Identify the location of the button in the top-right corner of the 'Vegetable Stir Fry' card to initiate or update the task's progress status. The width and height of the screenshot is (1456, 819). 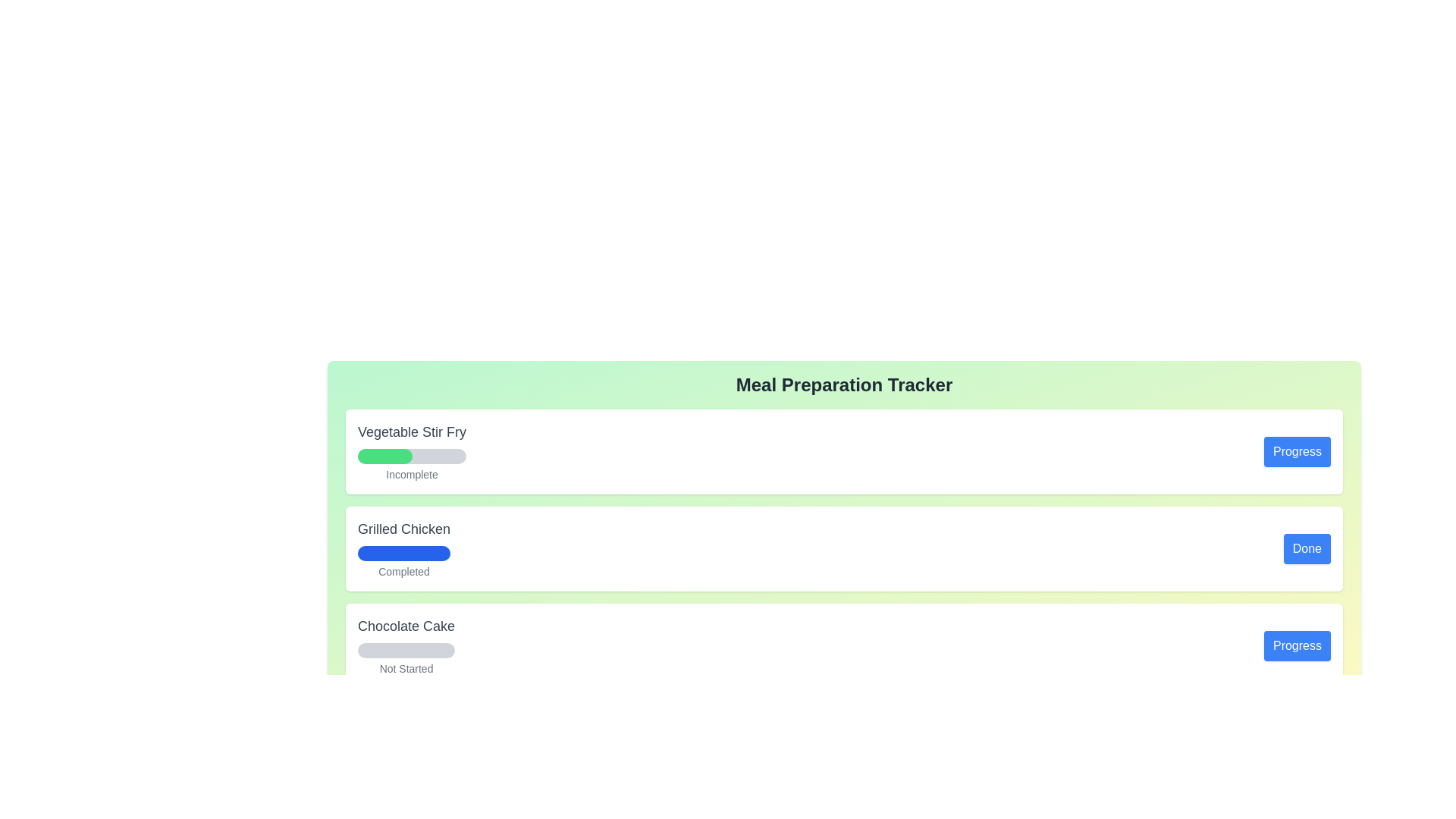
(1296, 451).